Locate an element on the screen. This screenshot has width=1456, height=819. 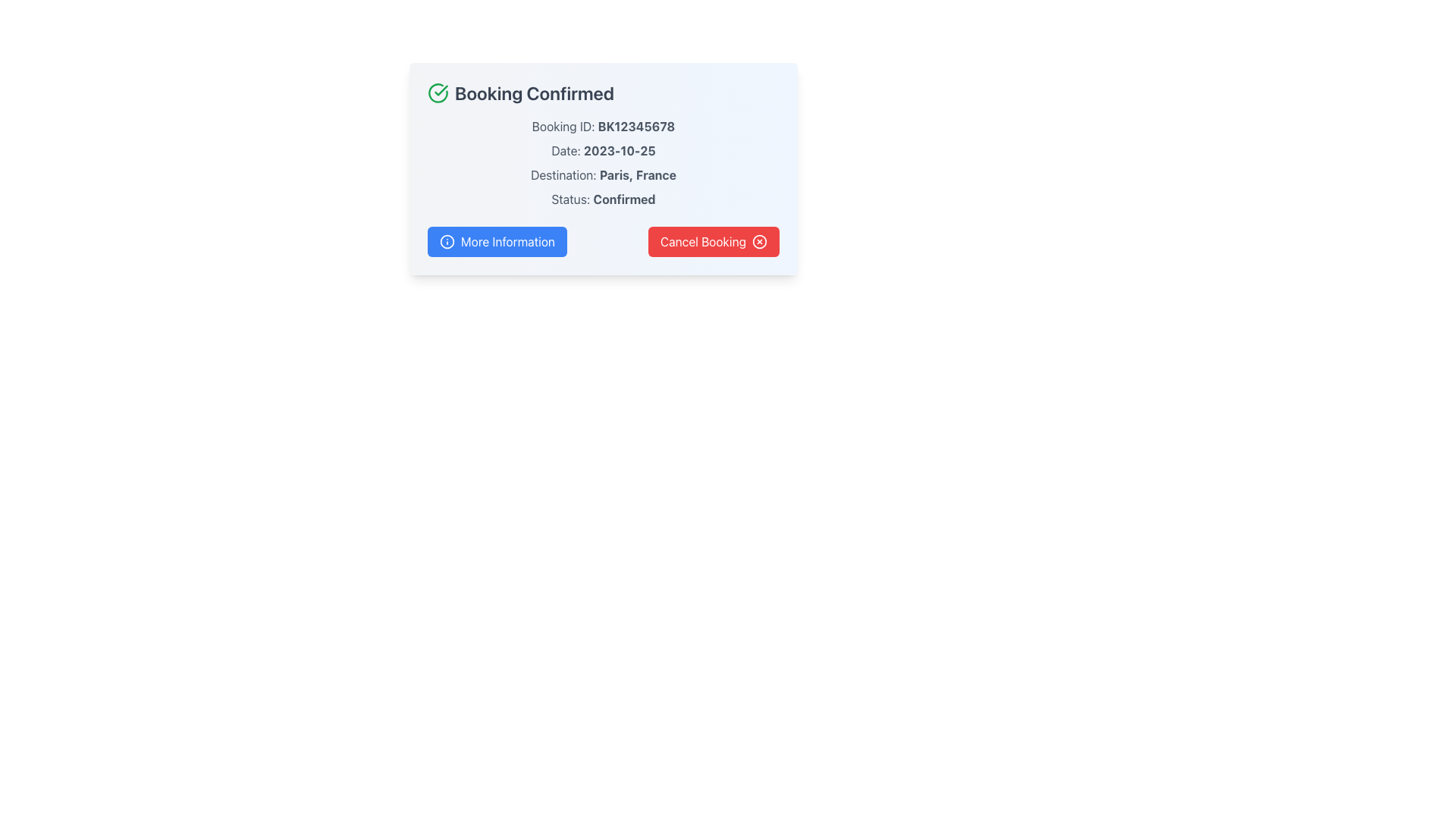
the 'More Information' button, which is visually enhanced by an icon positioned towards the left side of the button's text is located at coordinates (447, 241).